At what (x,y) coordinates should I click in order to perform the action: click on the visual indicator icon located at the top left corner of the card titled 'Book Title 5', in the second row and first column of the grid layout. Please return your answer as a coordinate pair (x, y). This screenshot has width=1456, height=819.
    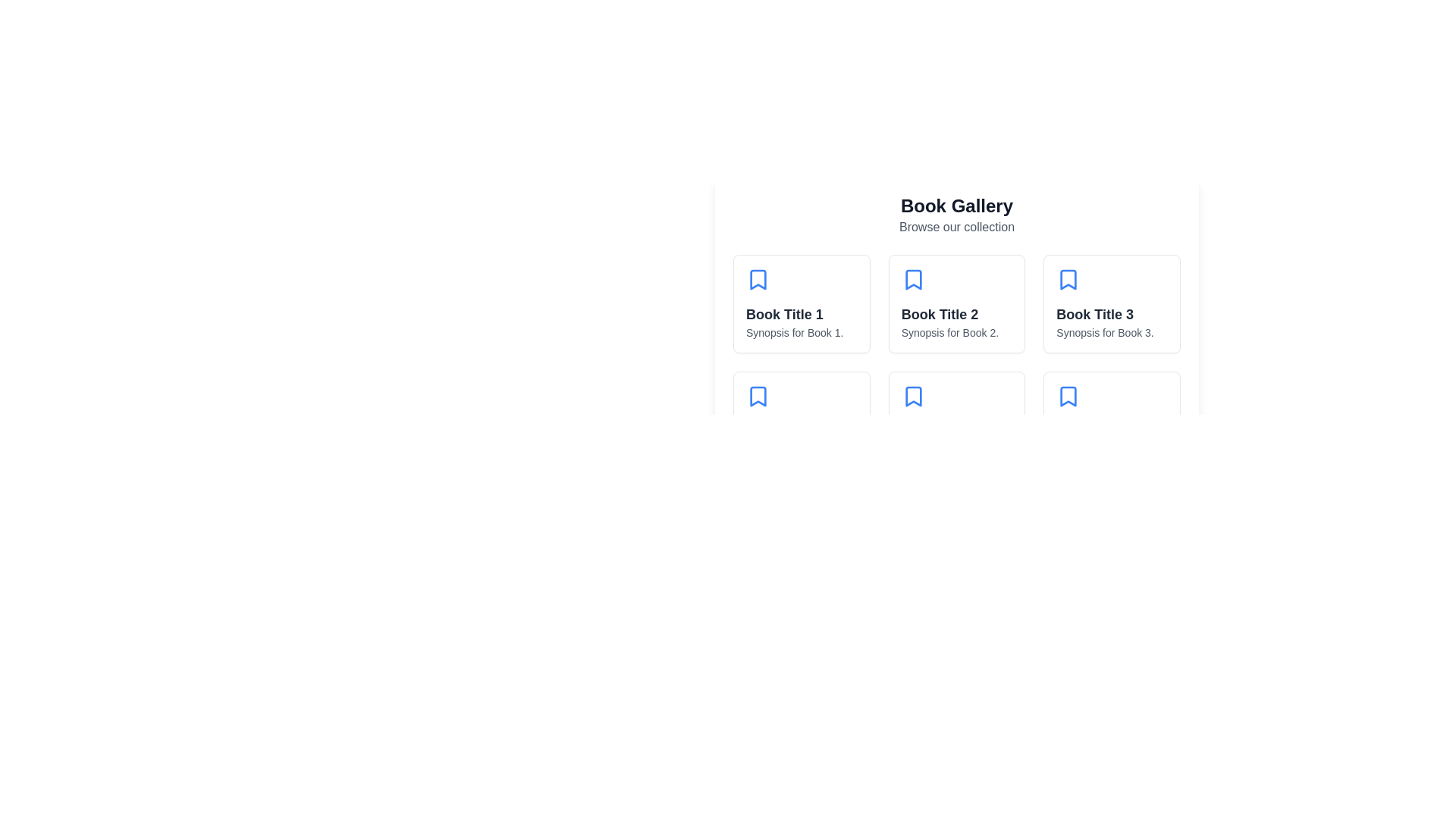
    Looking at the image, I should click on (912, 396).